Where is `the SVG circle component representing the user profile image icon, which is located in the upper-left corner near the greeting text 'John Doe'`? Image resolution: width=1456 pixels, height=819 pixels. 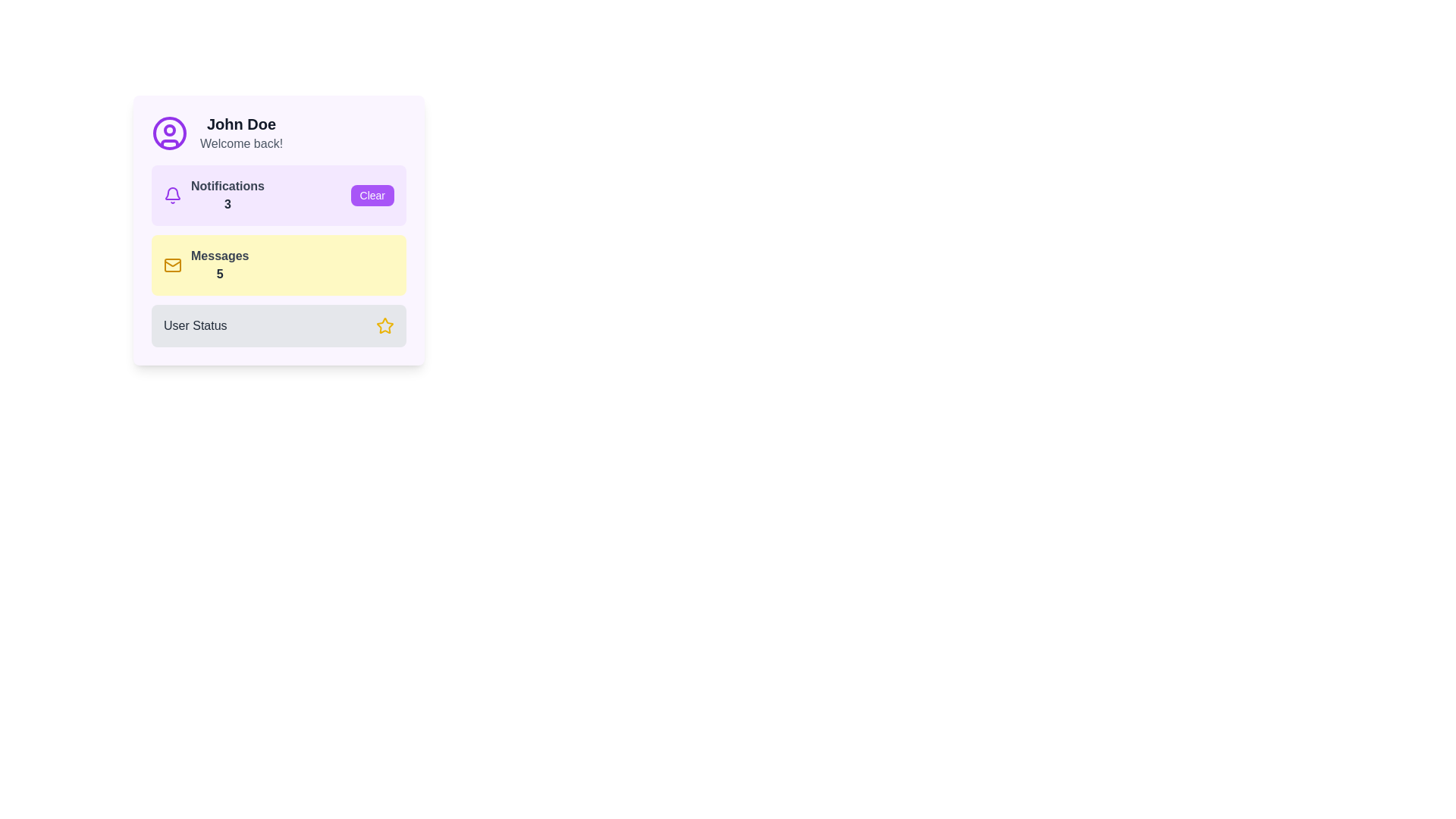 the SVG circle component representing the user profile image icon, which is located in the upper-left corner near the greeting text 'John Doe' is located at coordinates (170, 133).